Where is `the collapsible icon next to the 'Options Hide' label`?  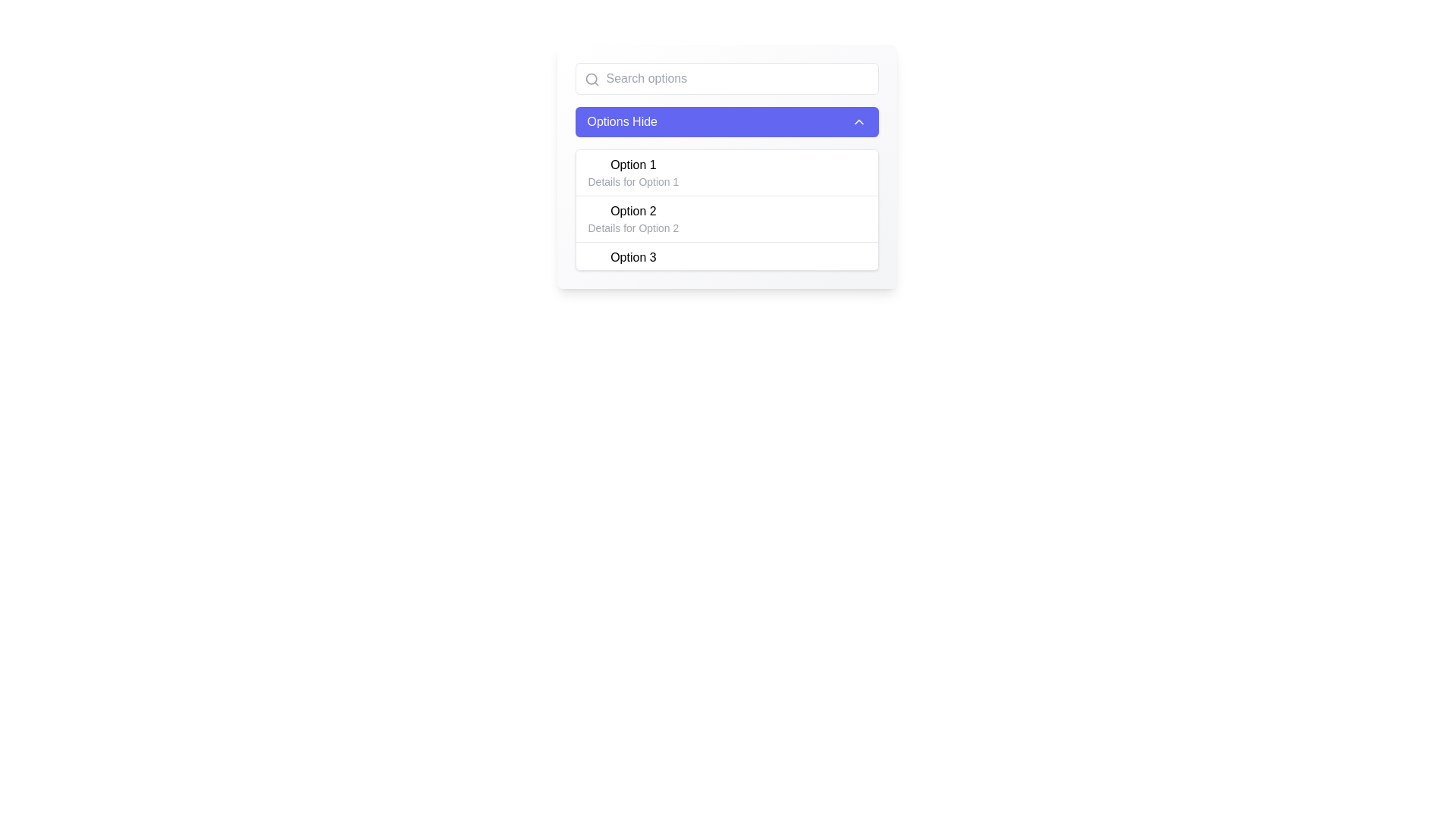
the collapsible icon next to the 'Options Hide' label is located at coordinates (858, 121).